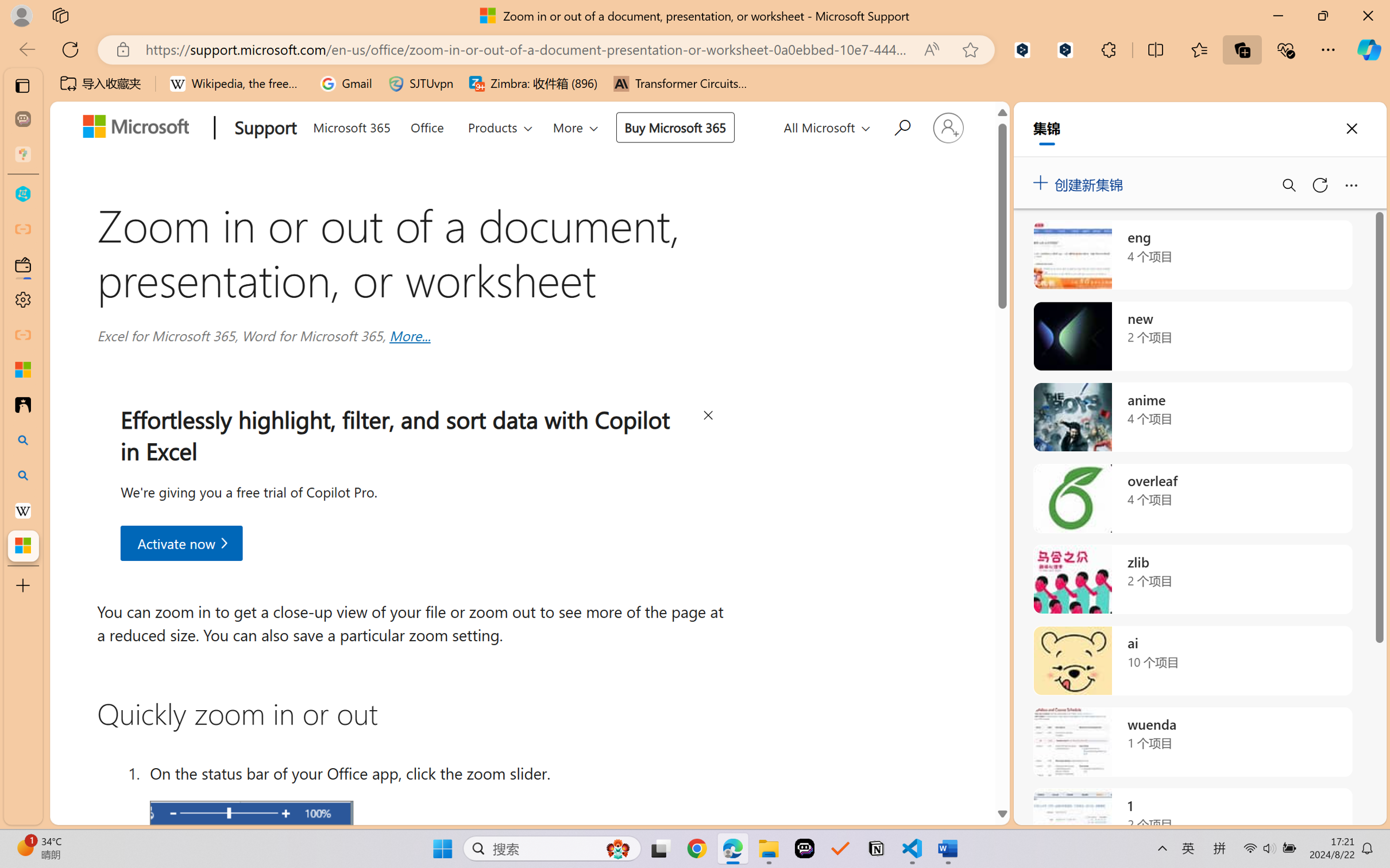 This screenshot has height=868, width=1390. What do you see at coordinates (345, 83) in the screenshot?
I see `'Gmail'` at bounding box center [345, 83].